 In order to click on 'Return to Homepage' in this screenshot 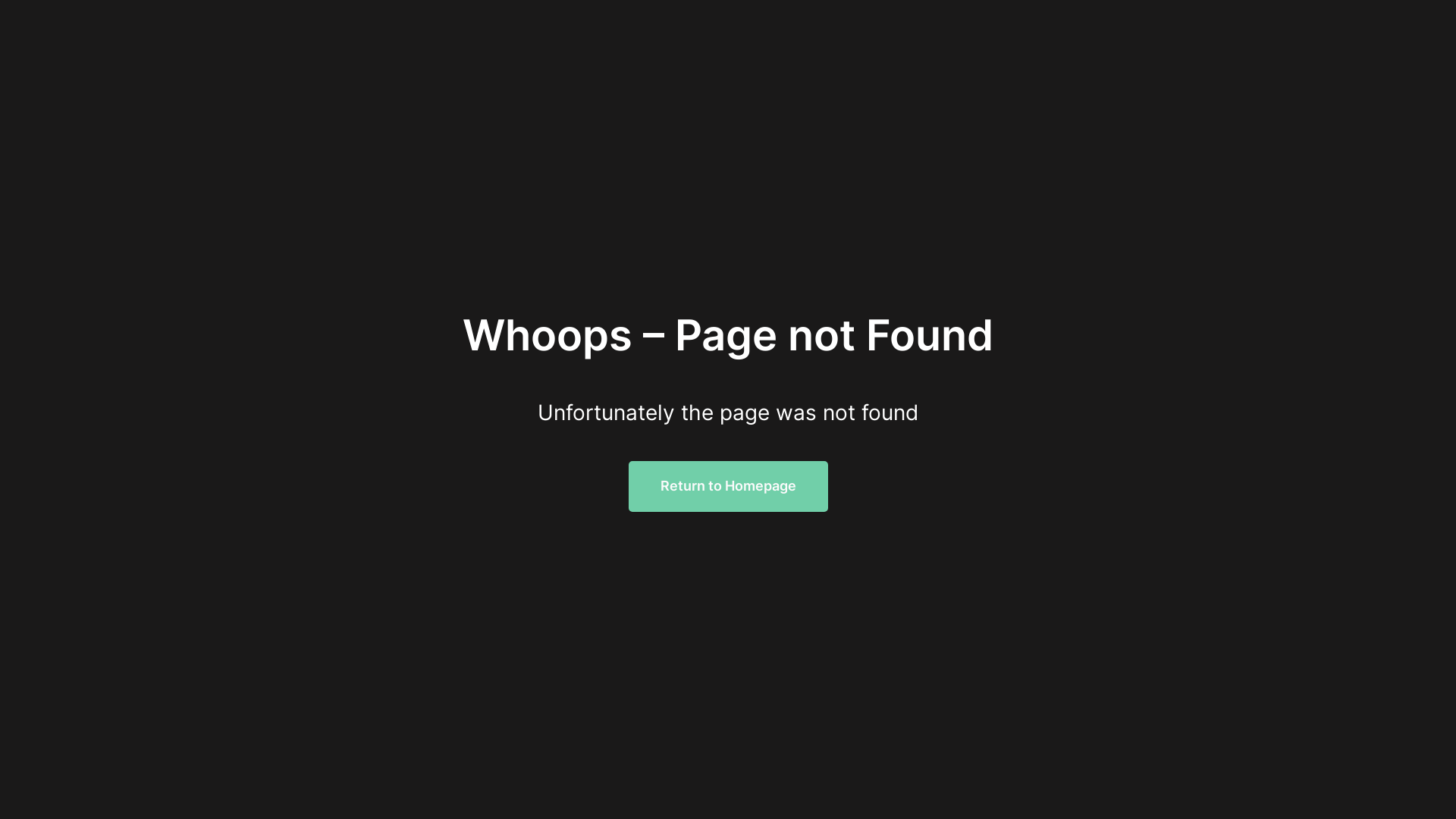, I will do `click(726, 486)`.